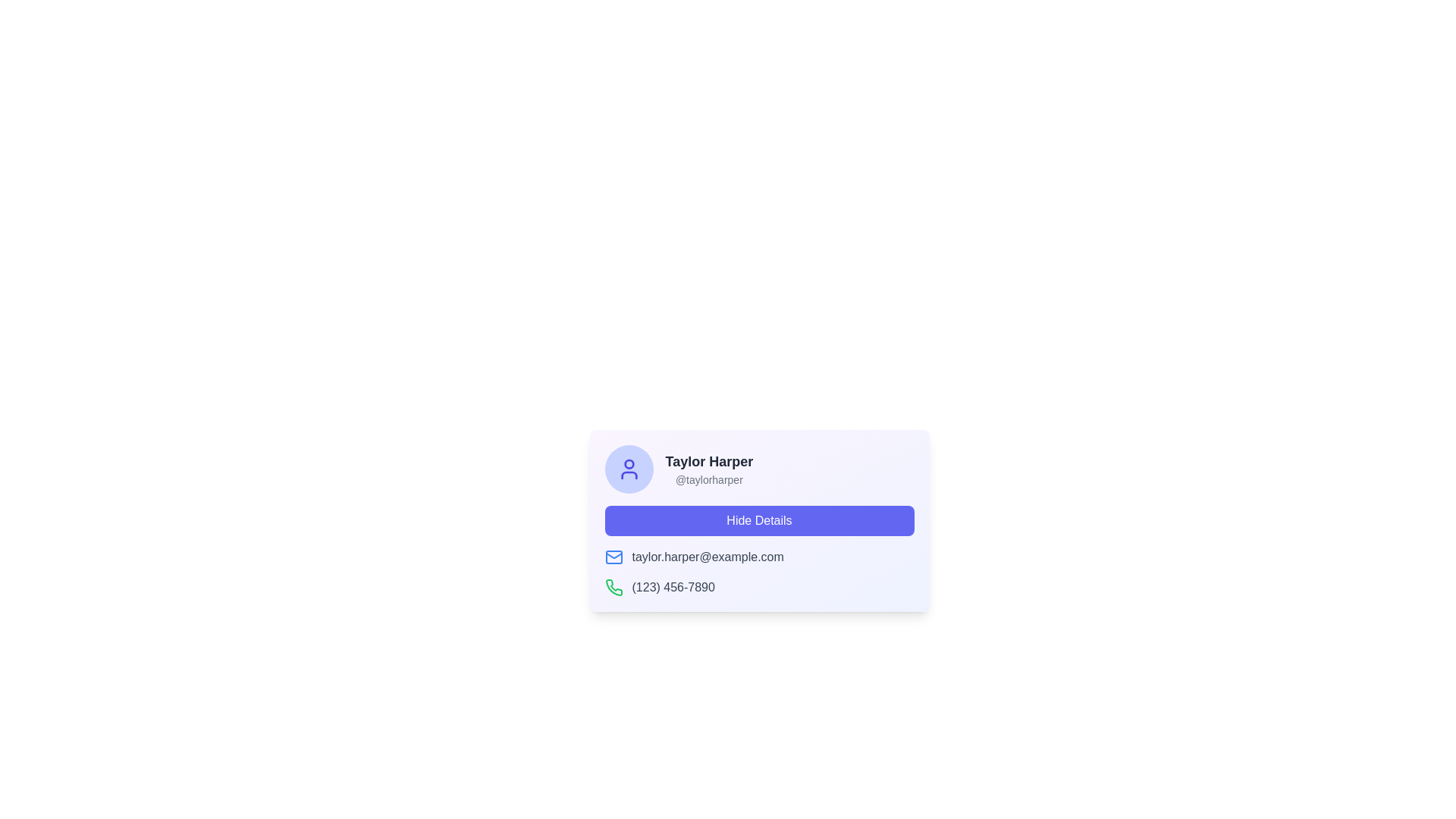 The image size is (1456, 819). Describe the element at coordinates (613, 587) in the screenshot. I see `the green telephone icon located to the left of the phone number '(123) 456-7890' at the bottom-right corner of the card` at that location.